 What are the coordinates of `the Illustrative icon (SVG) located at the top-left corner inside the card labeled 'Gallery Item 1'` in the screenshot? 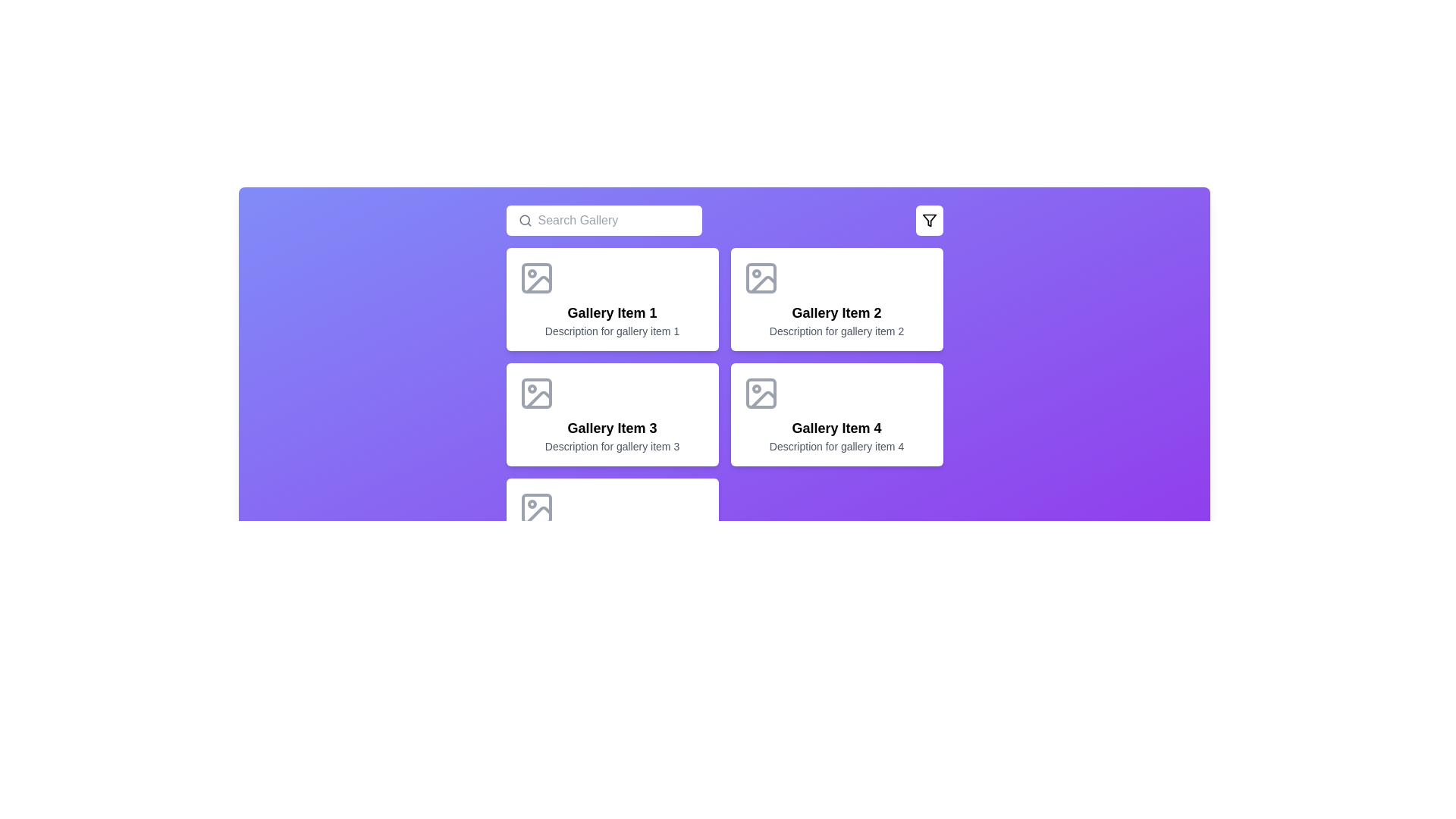 It's located at (536, 278).